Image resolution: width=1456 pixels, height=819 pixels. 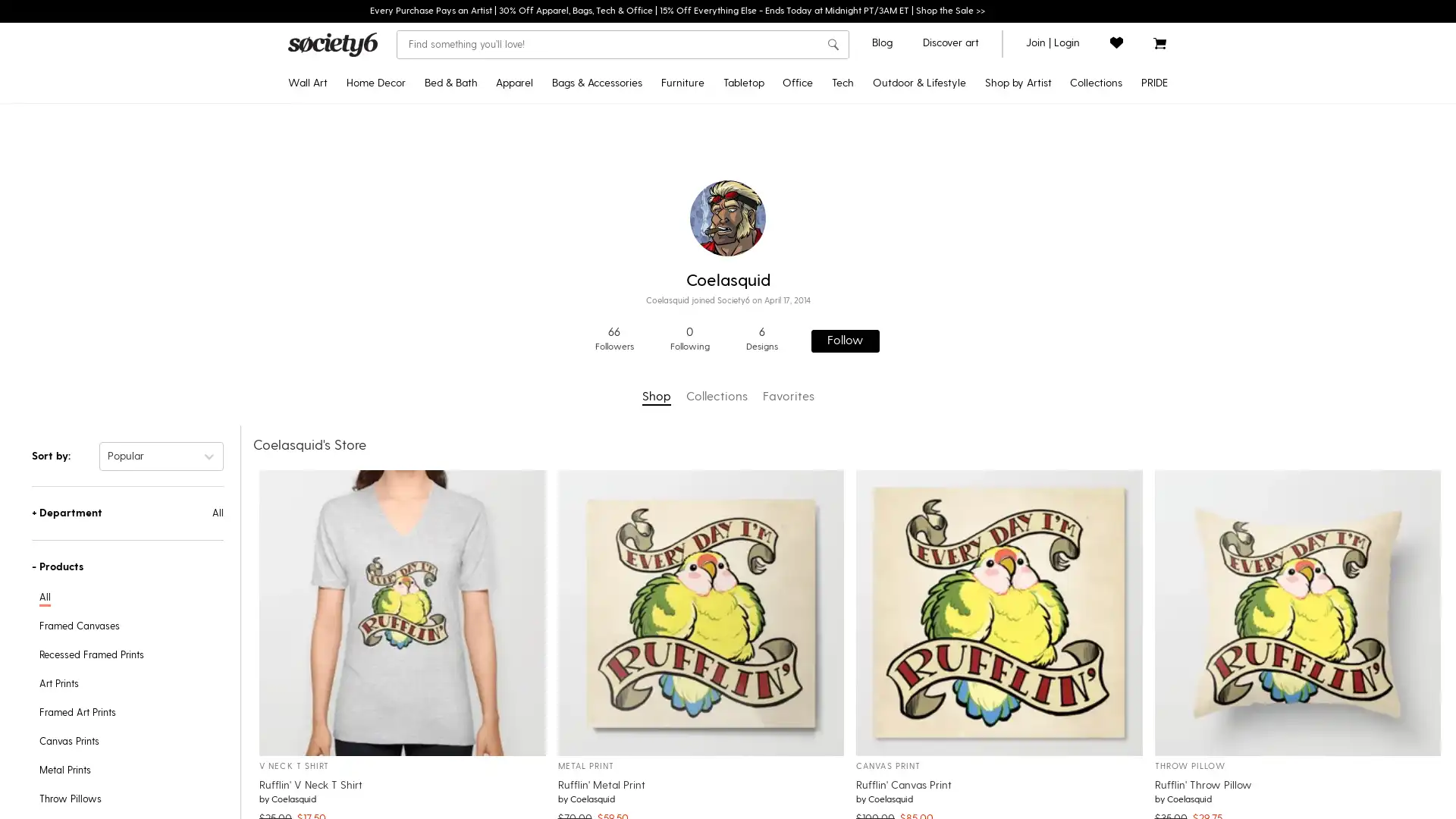 I want to click on Inspired by Matisse, so click(x=1040, y=293).